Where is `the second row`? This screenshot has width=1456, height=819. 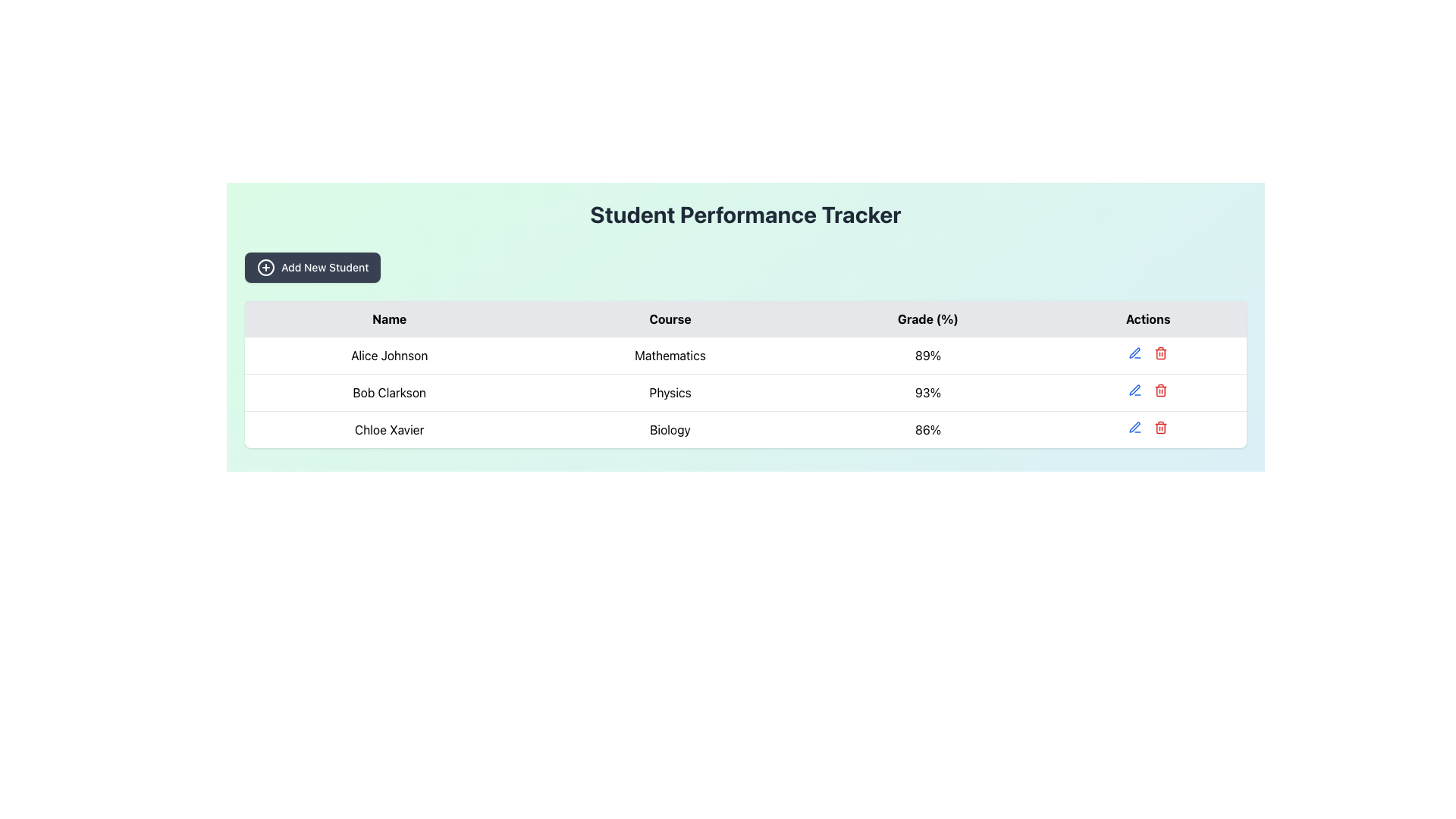
the second row is located at coordinates (745, 391).